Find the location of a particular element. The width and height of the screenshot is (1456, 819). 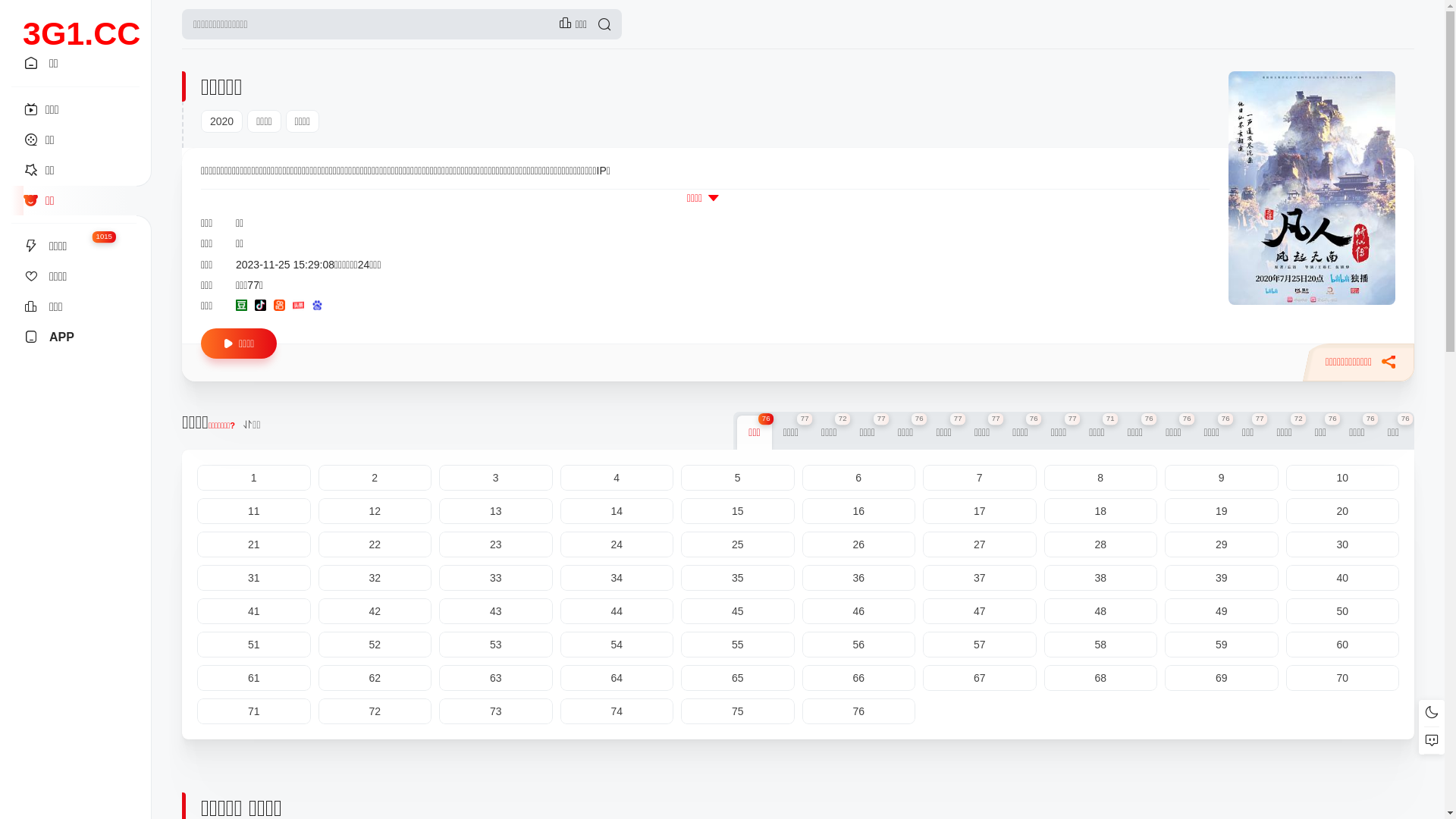

'6' is located at coordinates (858, 476).